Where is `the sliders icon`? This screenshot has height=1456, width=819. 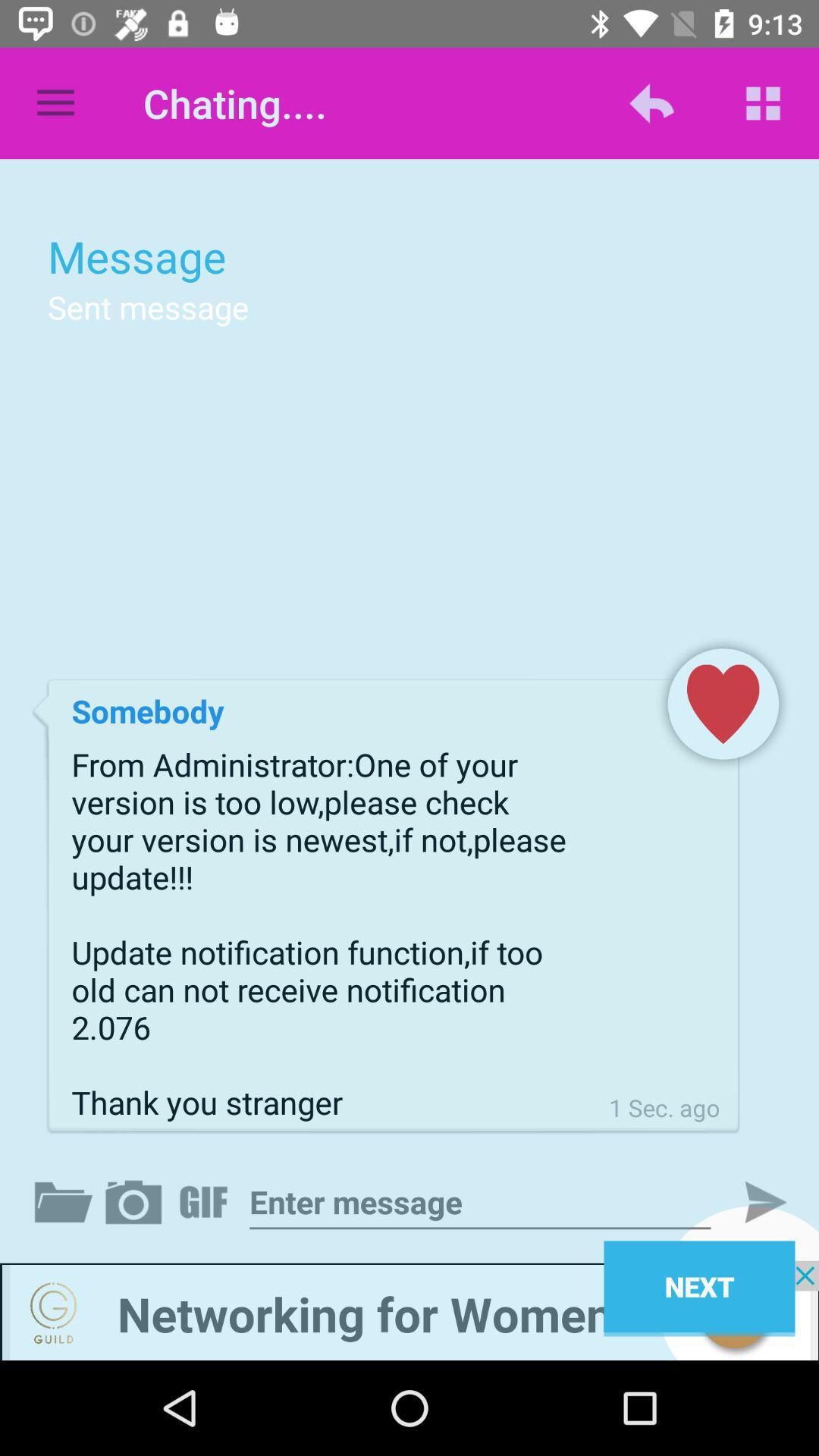 the sliders icon is located at coordinates (206, 1201).